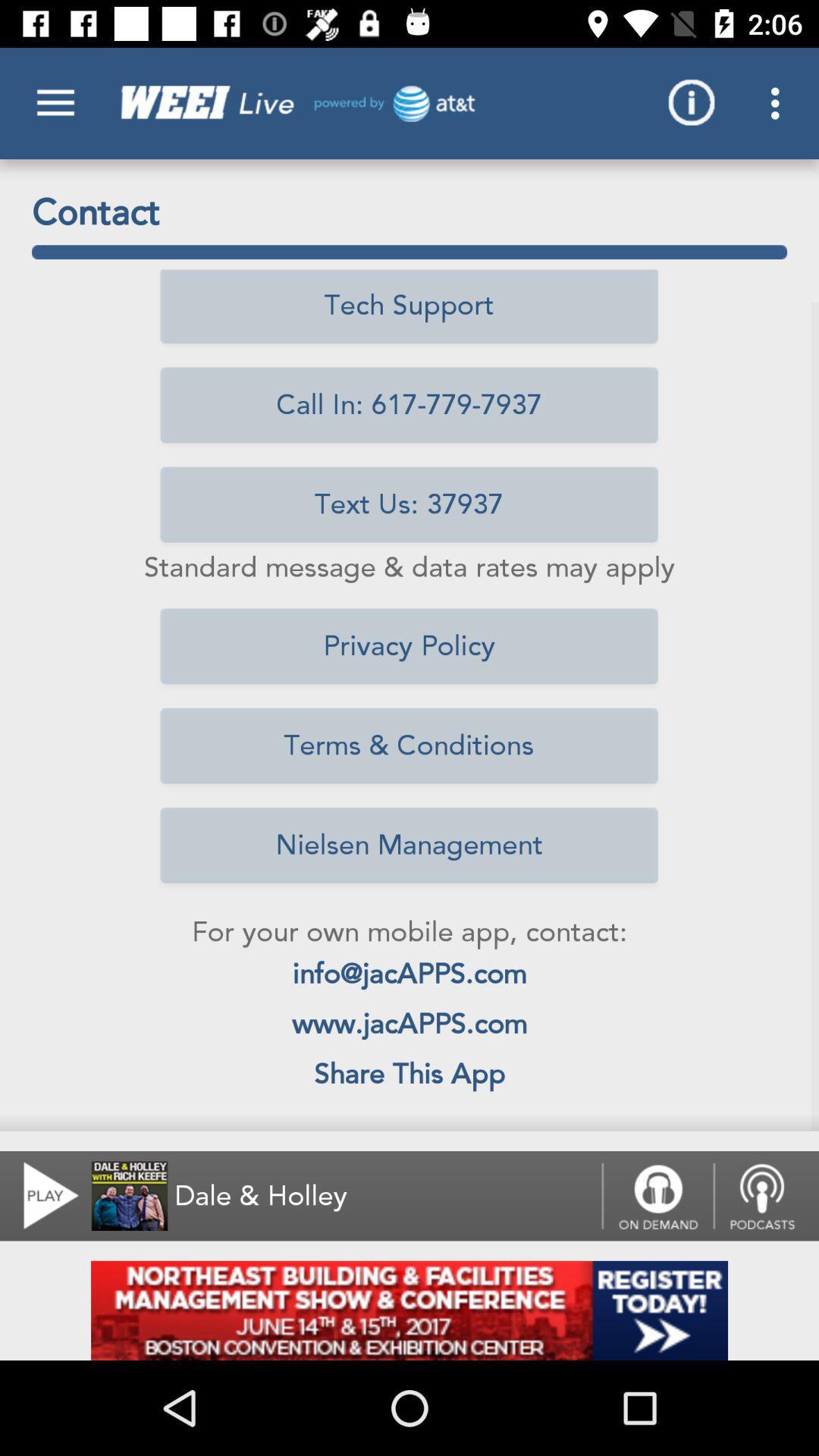  Describe the element at coordinates (41, 1195) in the screenshot. I see `the play icon` at that location.